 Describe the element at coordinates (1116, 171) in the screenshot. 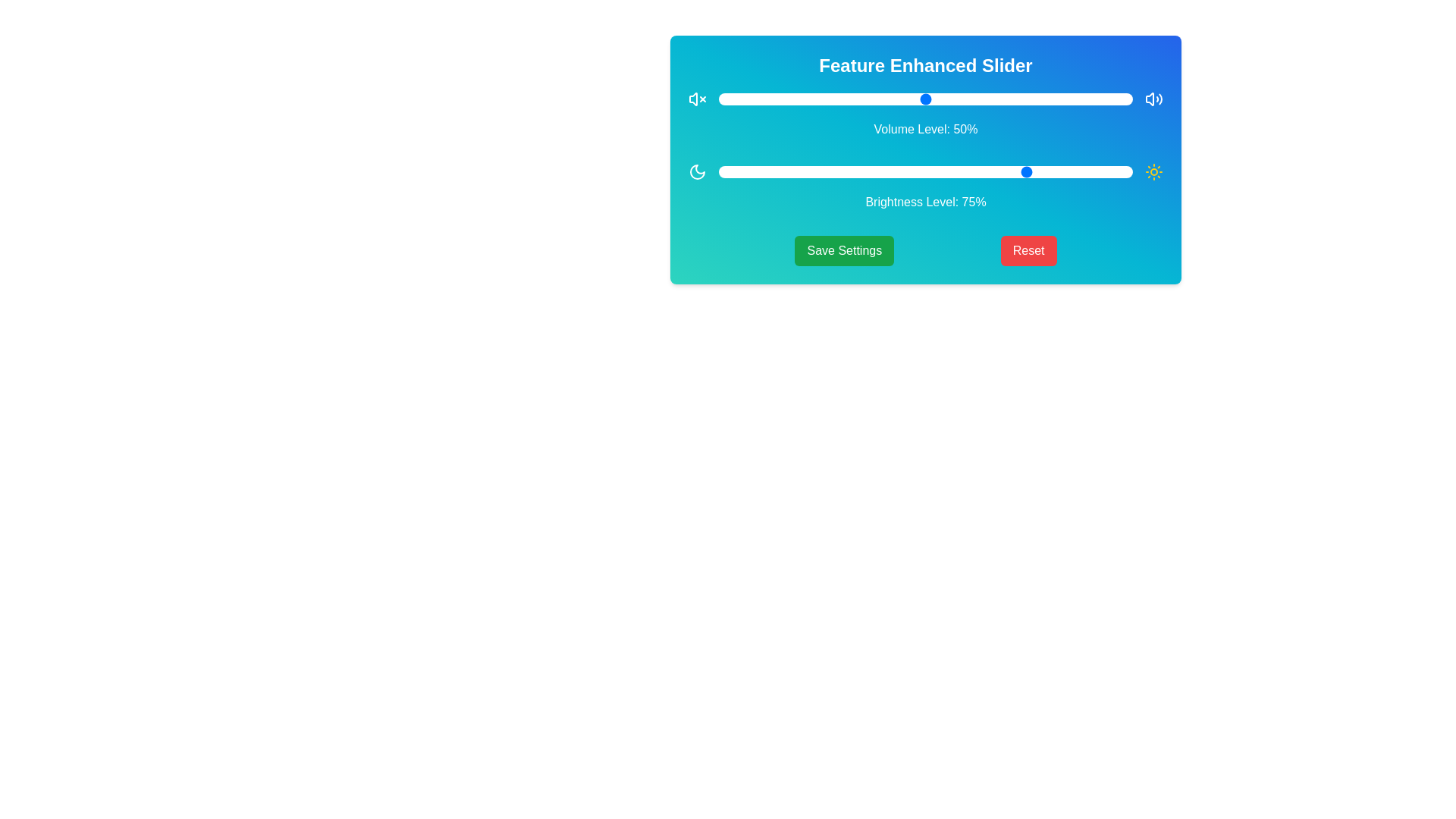

I see `brightness` at that location.